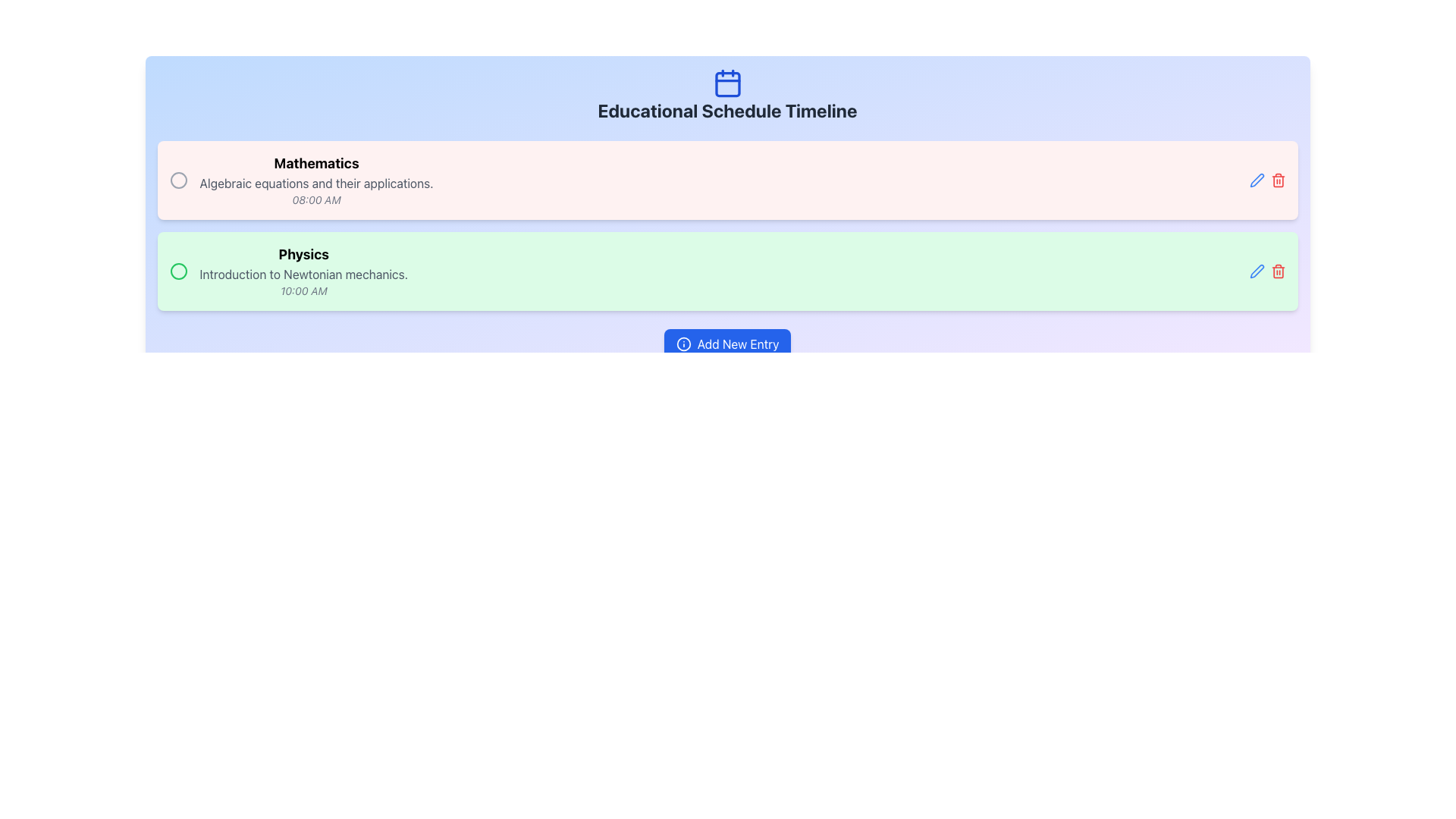 The height and width of the screenshot is (819, 1456). Describe the element at coordinates (726, 83) in the screenshot. I see `the calendar icon, which is a decorative element above the 'Educational Schedule Timeline' text and is filled blue` at that location.